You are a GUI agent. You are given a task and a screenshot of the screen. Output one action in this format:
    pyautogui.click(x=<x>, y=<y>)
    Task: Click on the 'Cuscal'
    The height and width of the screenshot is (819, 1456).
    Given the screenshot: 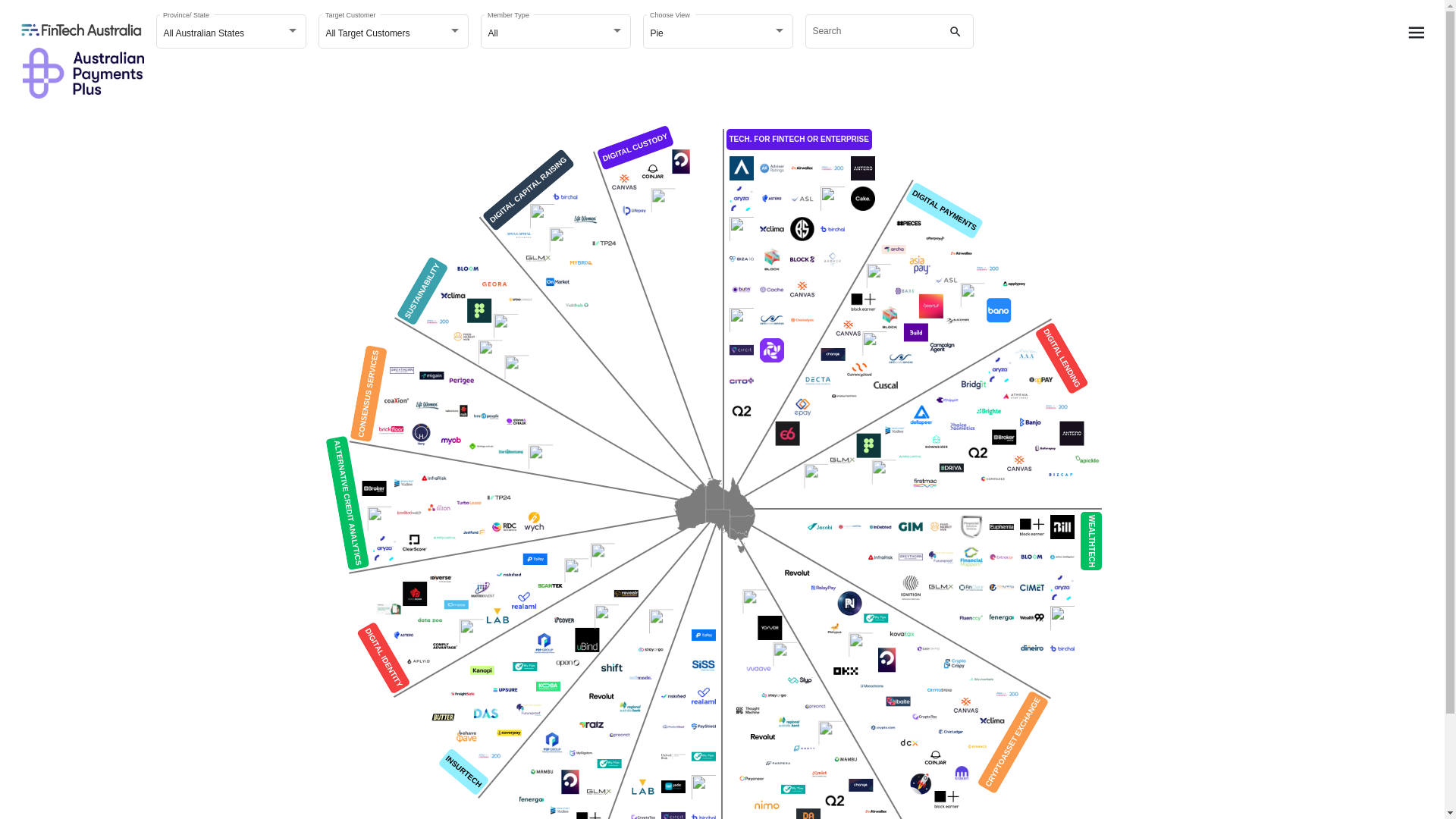 What is the action you would take?
    pyautogui.click(x=884, y=384)
    